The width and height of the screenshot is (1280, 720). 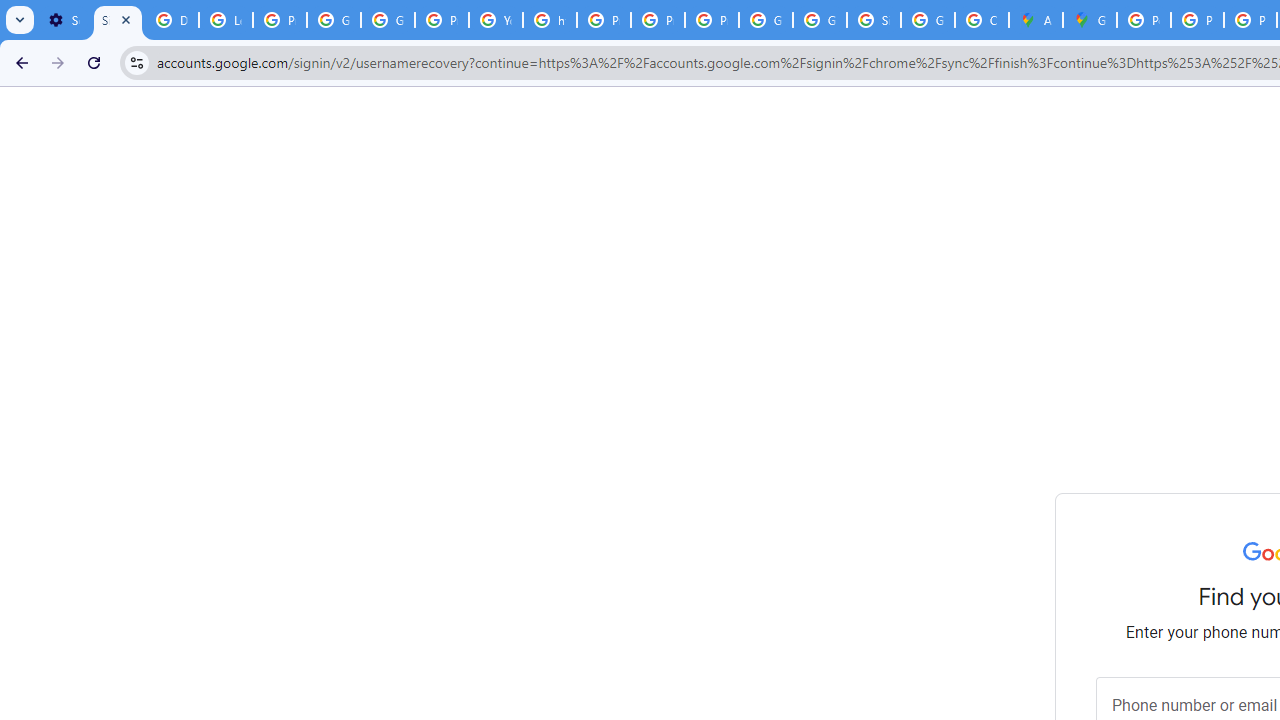 What do you see at coordinates (58, 61) in the screenshot?
I see `'Forward'` at bounding box center [58, 61].